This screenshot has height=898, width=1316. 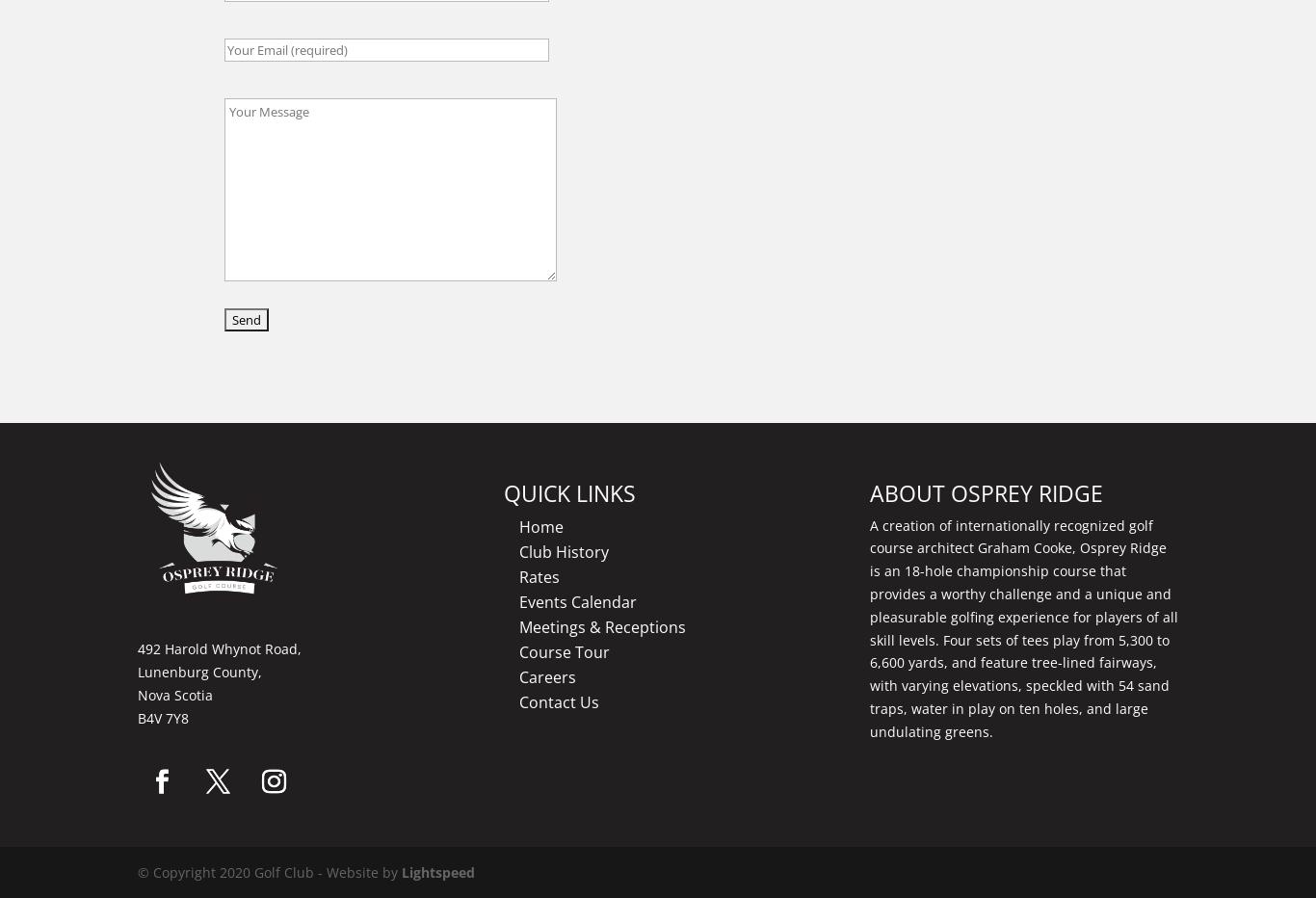 What do you see at coordinates (518, 574) in the screenshot?
I see `'Rates'` at bounding box center [518, 574].